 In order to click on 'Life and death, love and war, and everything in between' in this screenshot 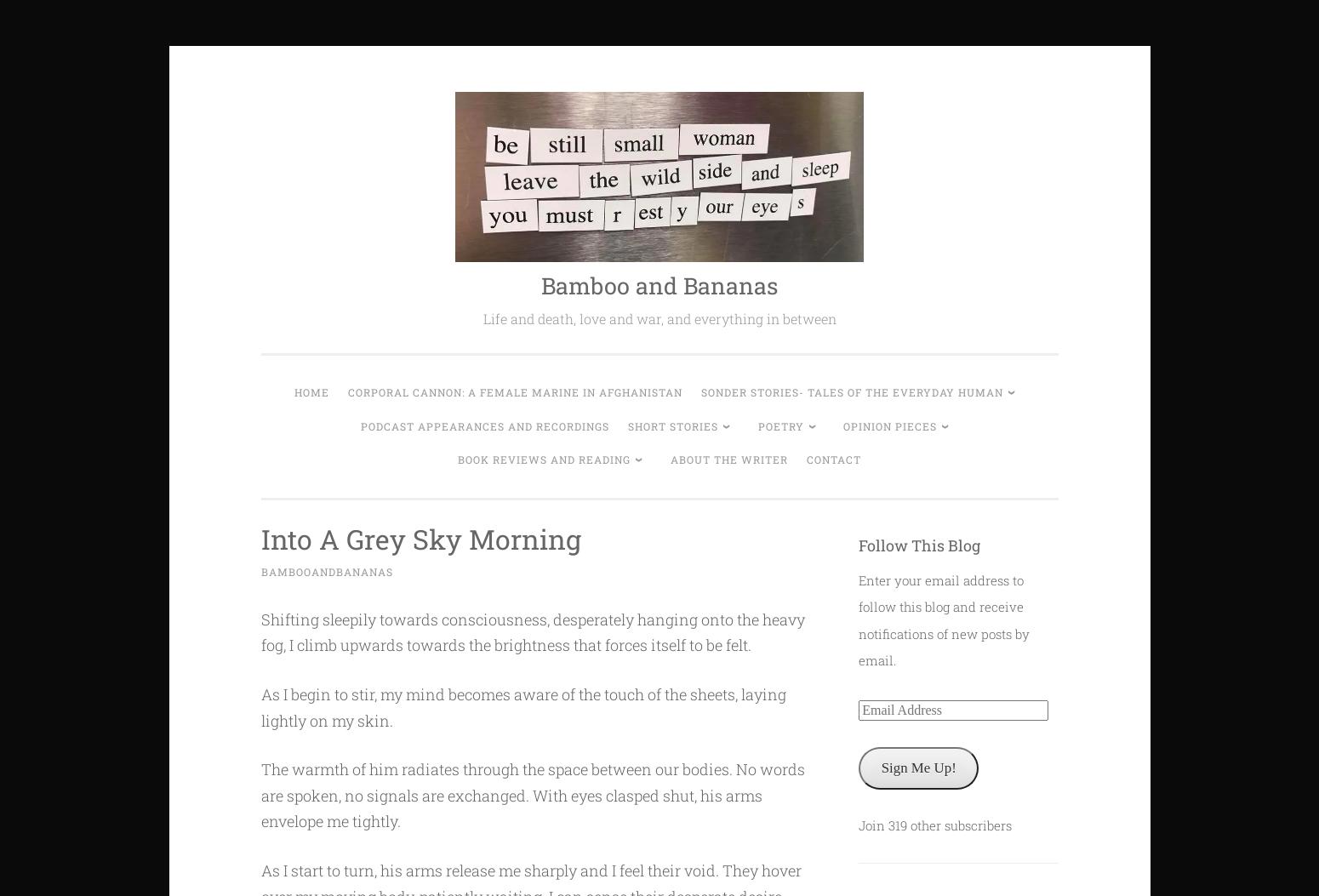, I will do `click(482, 317)`.